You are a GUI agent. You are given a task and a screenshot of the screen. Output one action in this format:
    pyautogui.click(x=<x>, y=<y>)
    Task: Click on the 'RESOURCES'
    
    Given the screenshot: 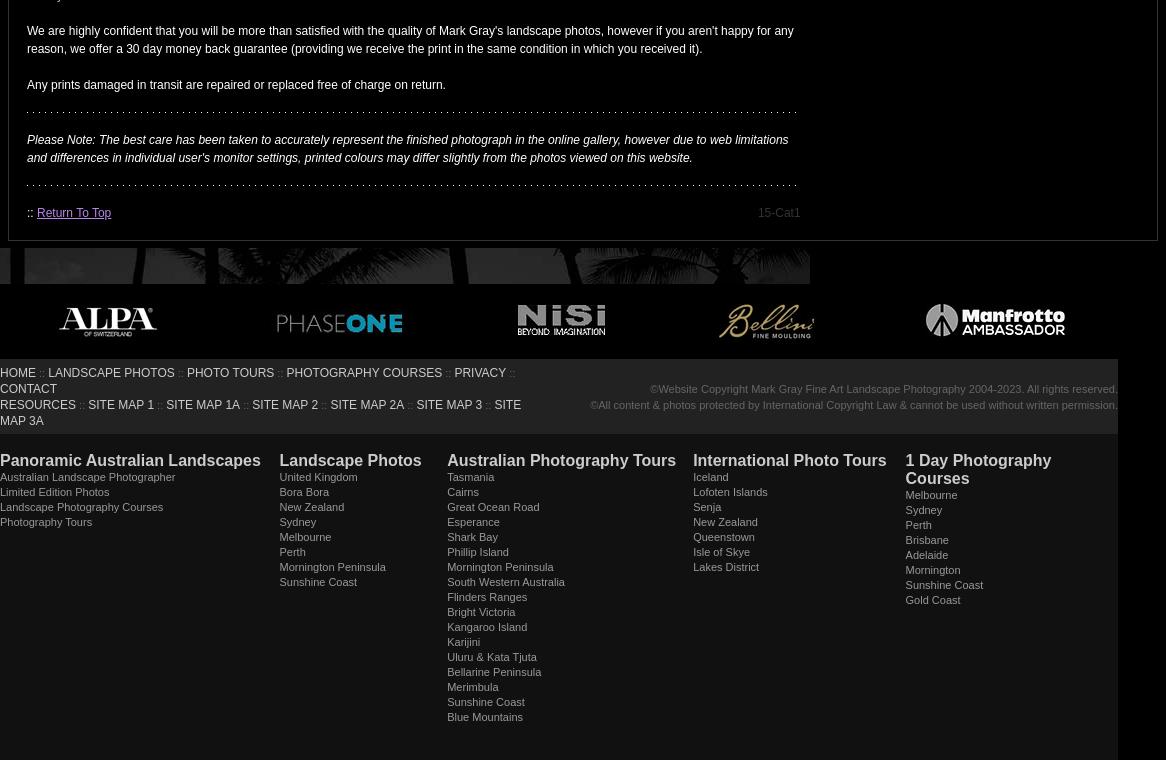 What is the action you would take?
    pyautogui.click(x=0, y=403)
    